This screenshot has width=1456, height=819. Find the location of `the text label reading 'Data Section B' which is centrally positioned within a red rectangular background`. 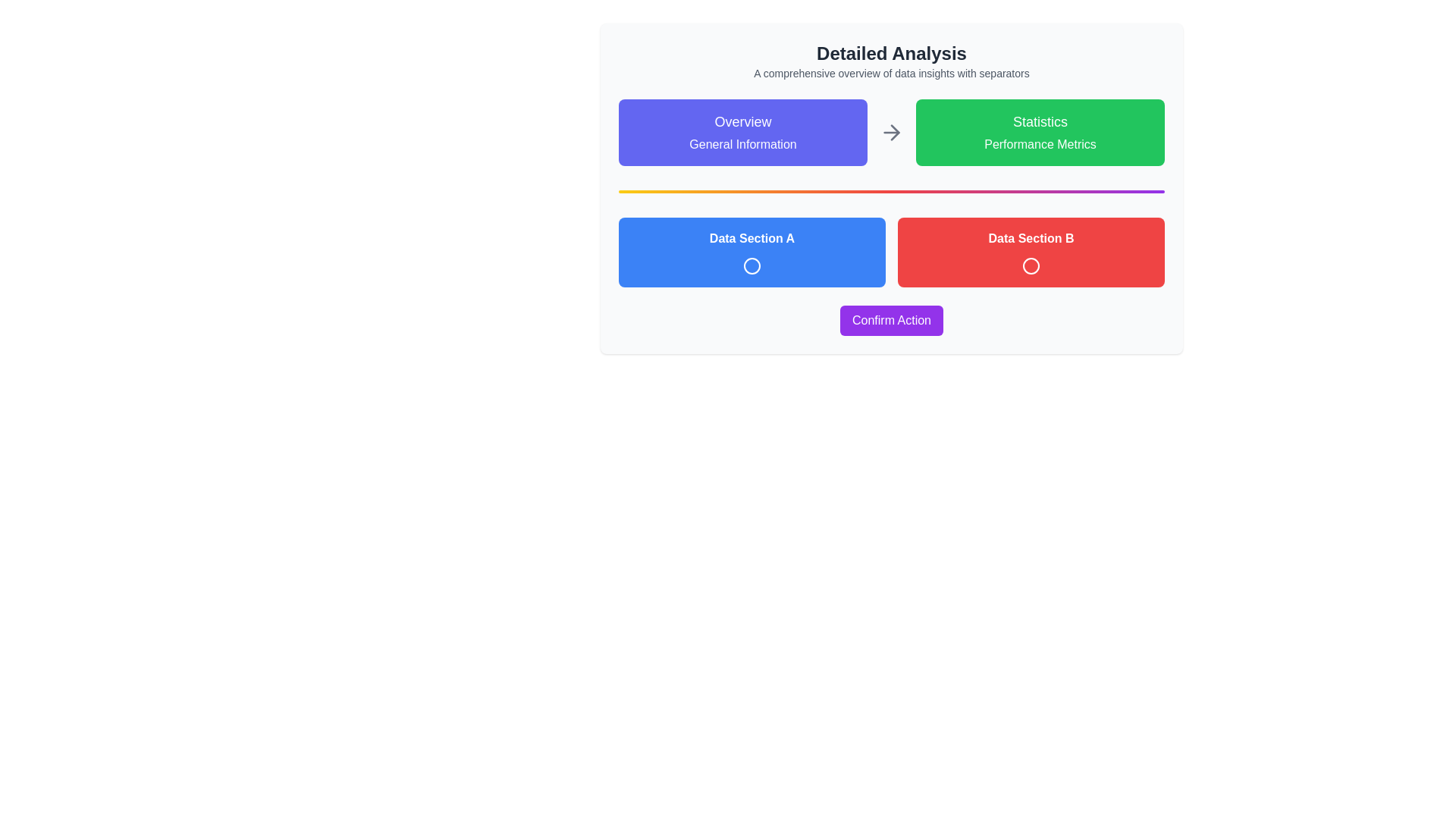

the text label reading 'Data Section B' which is centrally positioned within a red rectangular background is located at coordinates (1031, 239).